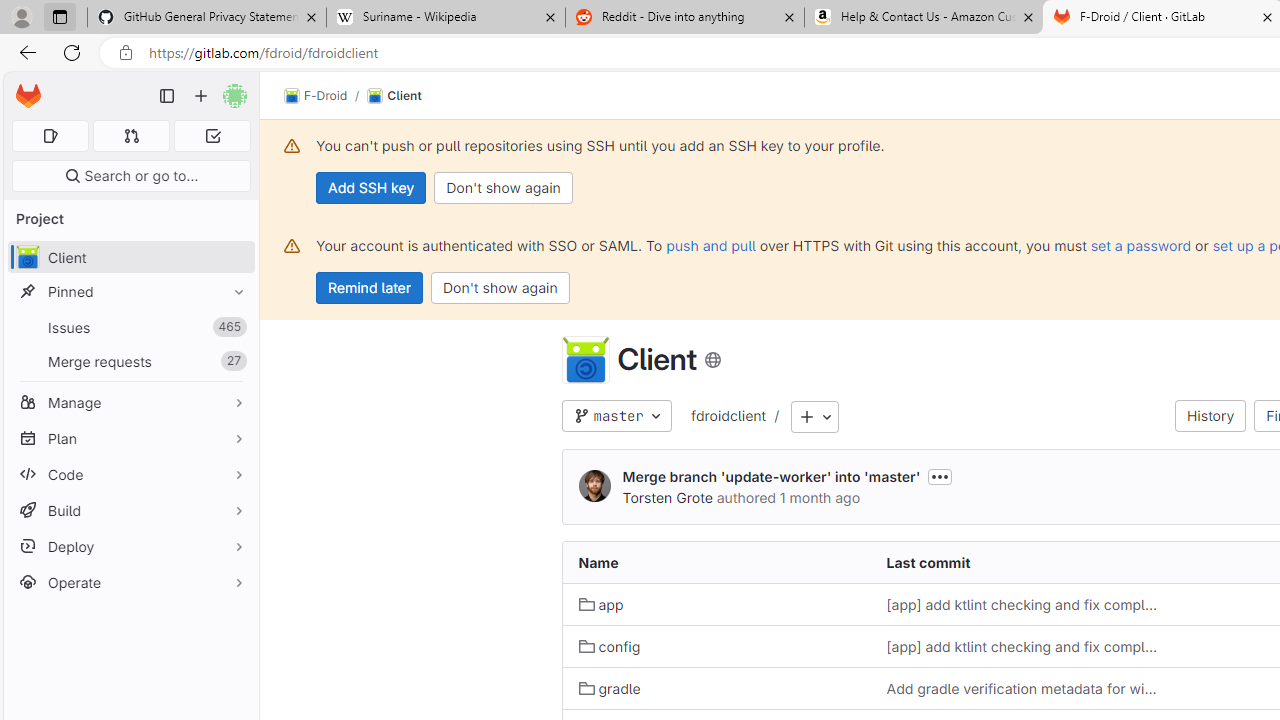 The image size is (1280, 720). What do you see at coordinates (130, 361) in the screenshot?
I see `'Merge requests27'` at bounding box center [130, 361].